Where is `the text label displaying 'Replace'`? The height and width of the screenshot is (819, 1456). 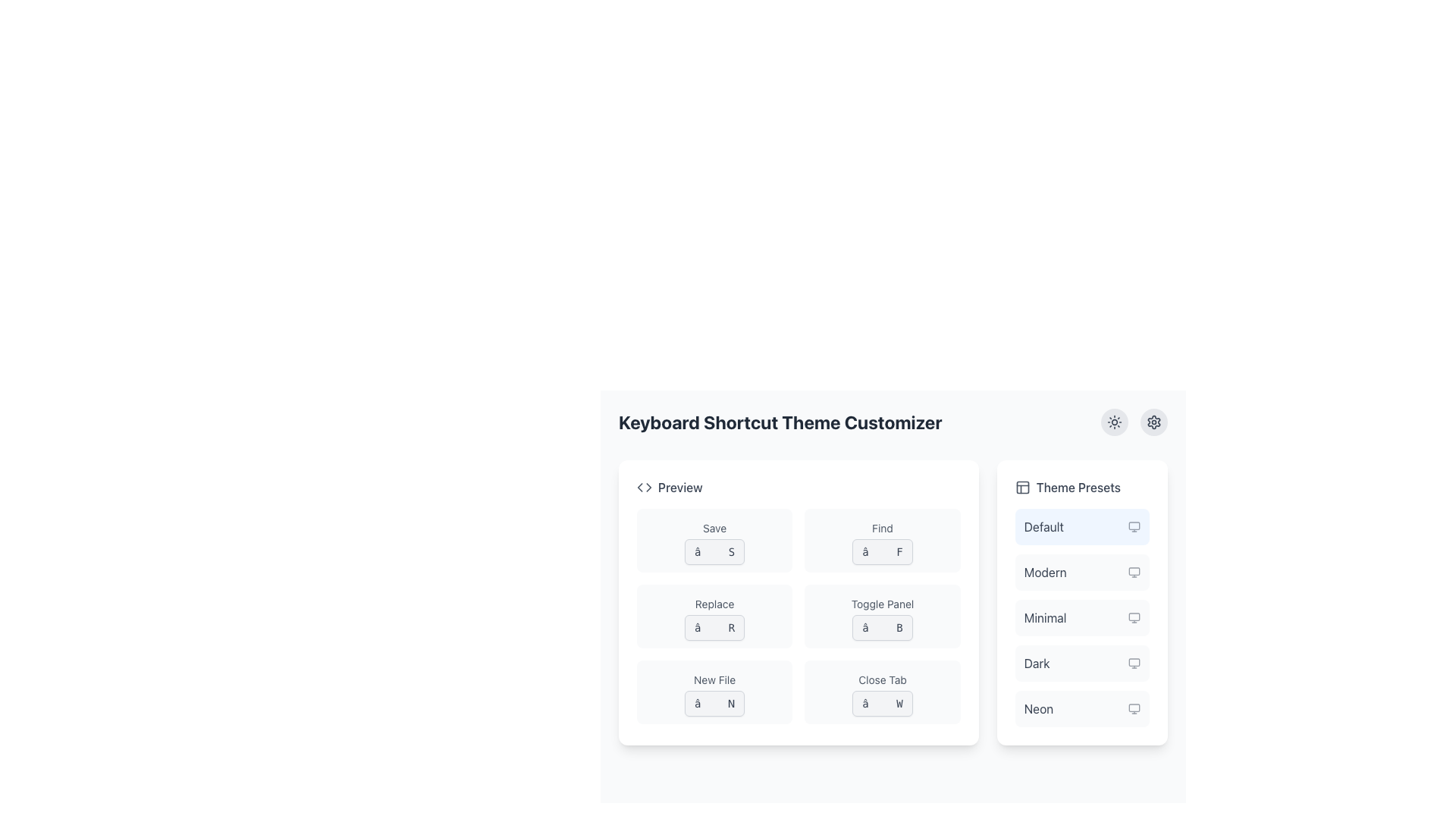 the text label displaying 'Replace' is located at coordinates (714, 604).